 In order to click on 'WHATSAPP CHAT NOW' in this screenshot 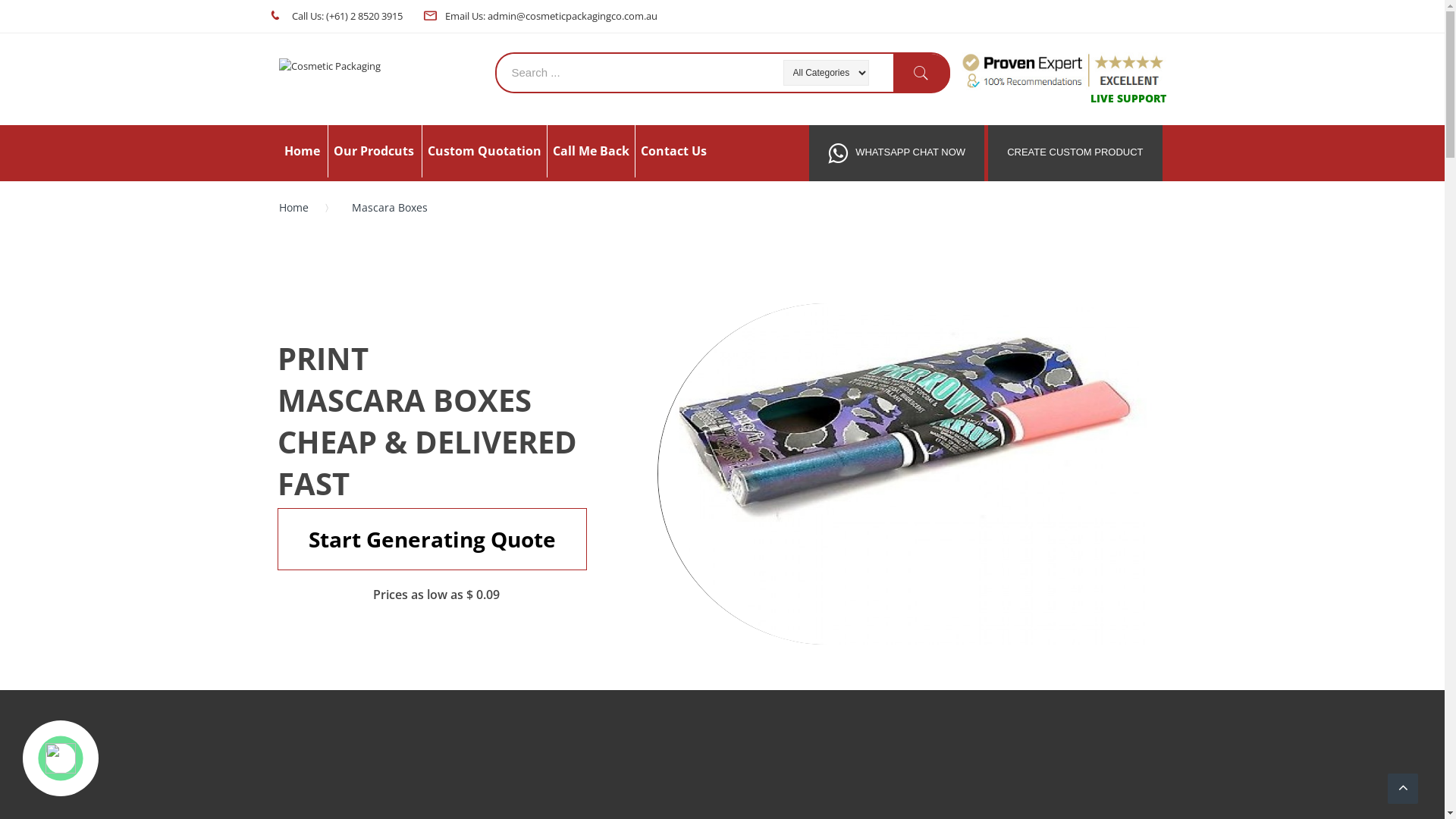, I will do `click(896, 152)`.